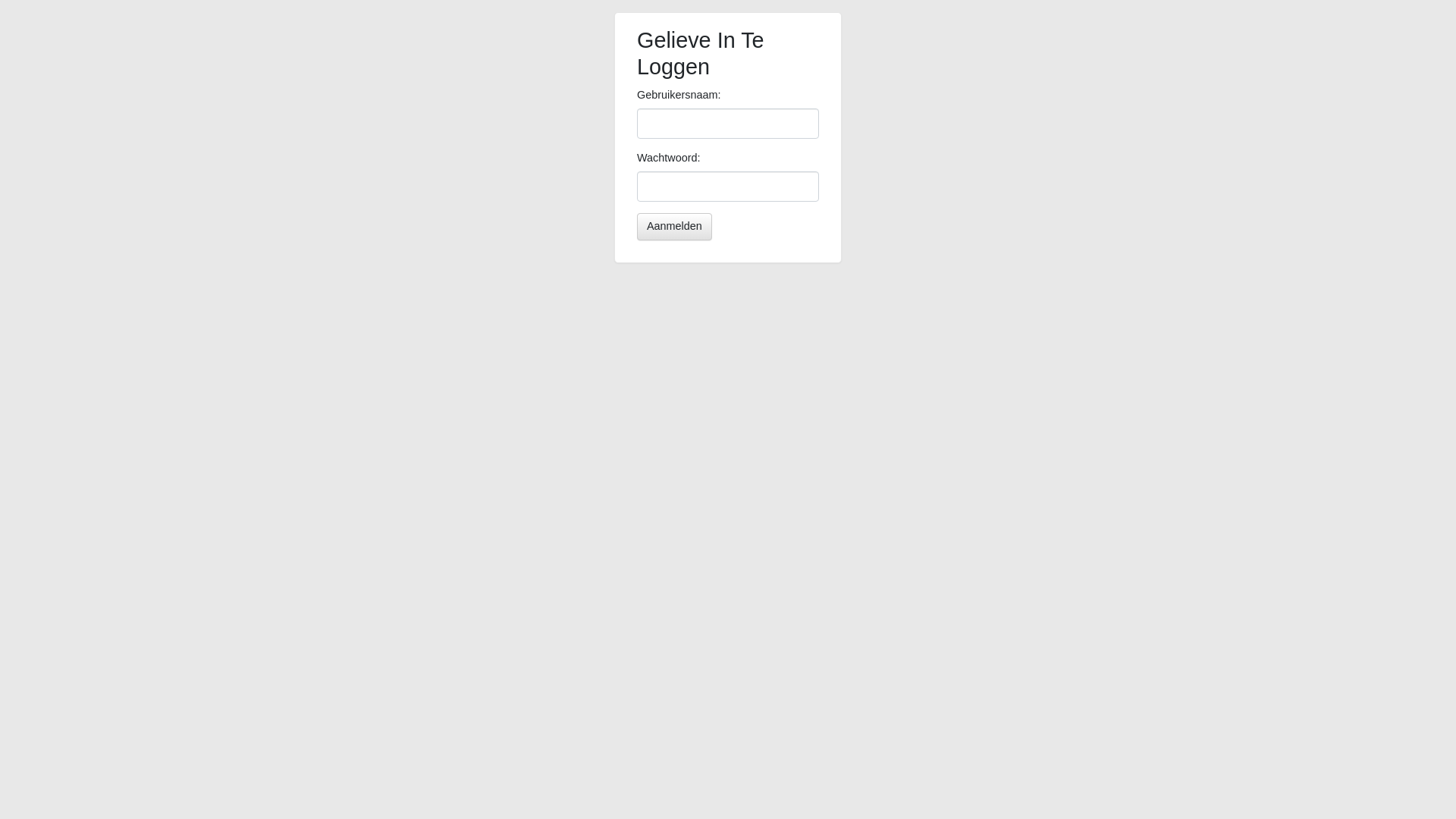 The image size is (1456, 819). Describe the element at coordinates (673, 227) in the screenshot. I see `'Aanmelden'` at that location.